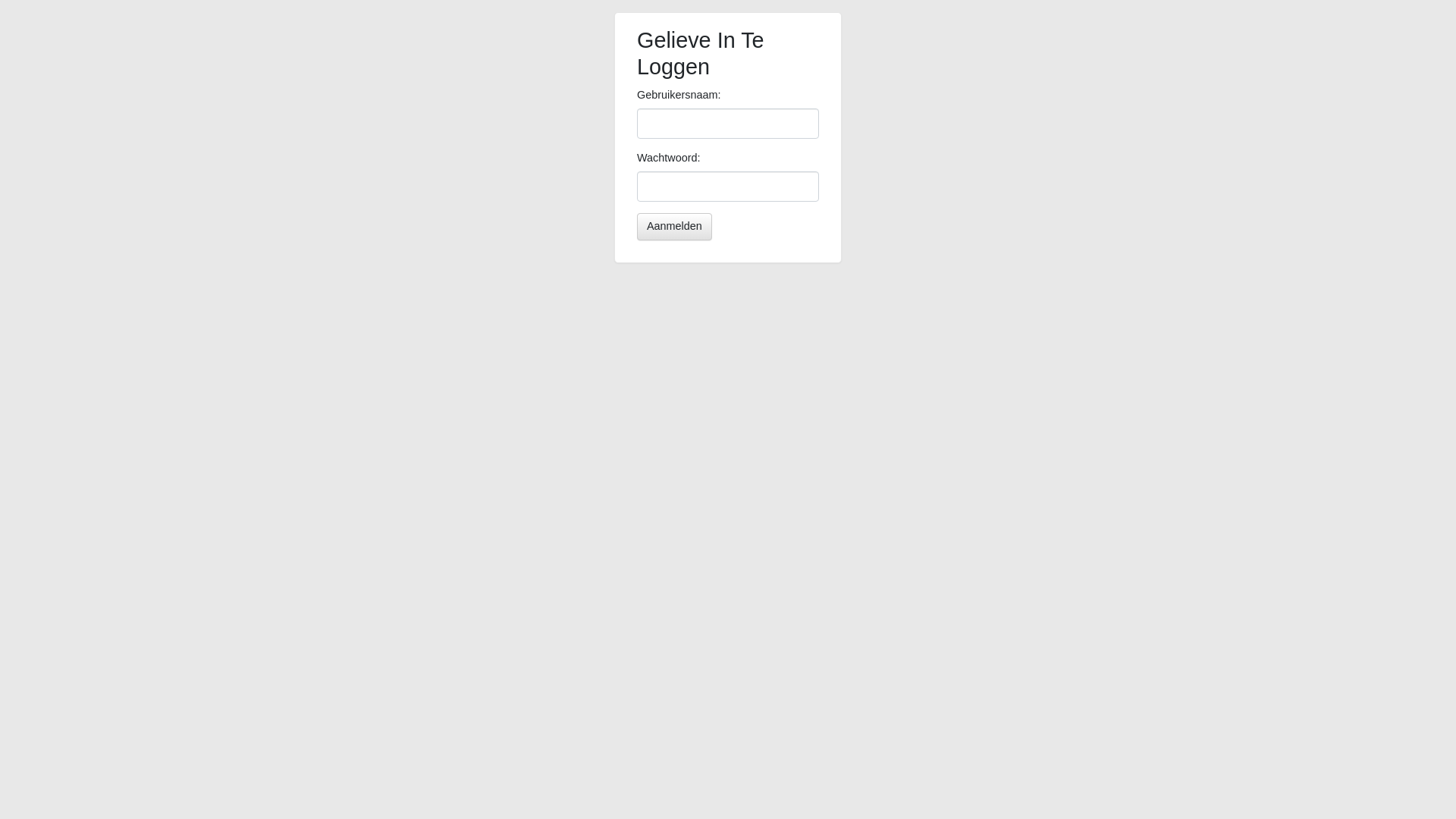 The image size is (1456, 819). Describe the element at coordinates (673, 227) in the screenshot. I see `'Aanmelden'` at that location.